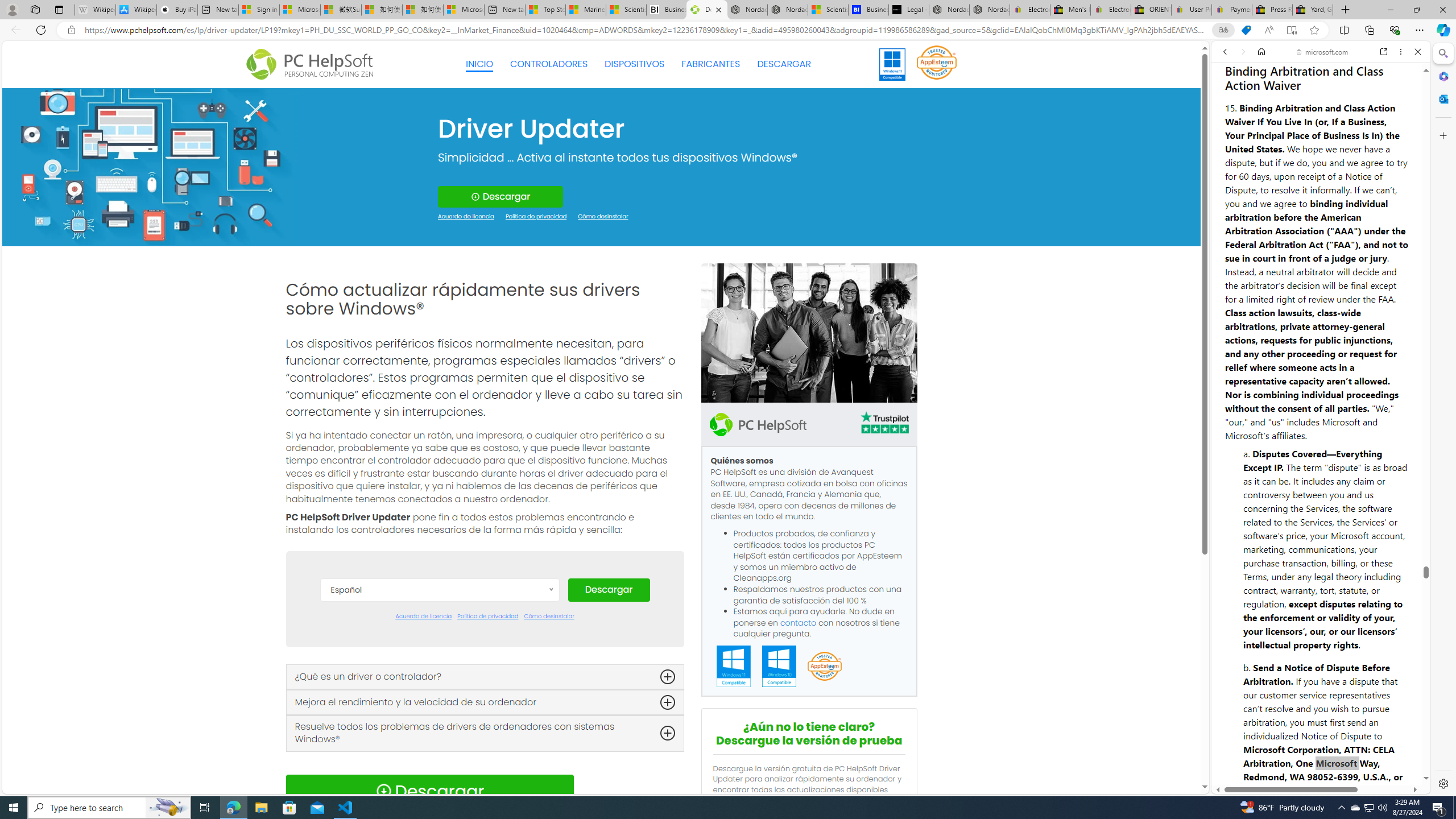 The image size is (1456, 819). Describe the element at coordinates (479, 64) in the screenshot. I see `'INICIO'` at that location.